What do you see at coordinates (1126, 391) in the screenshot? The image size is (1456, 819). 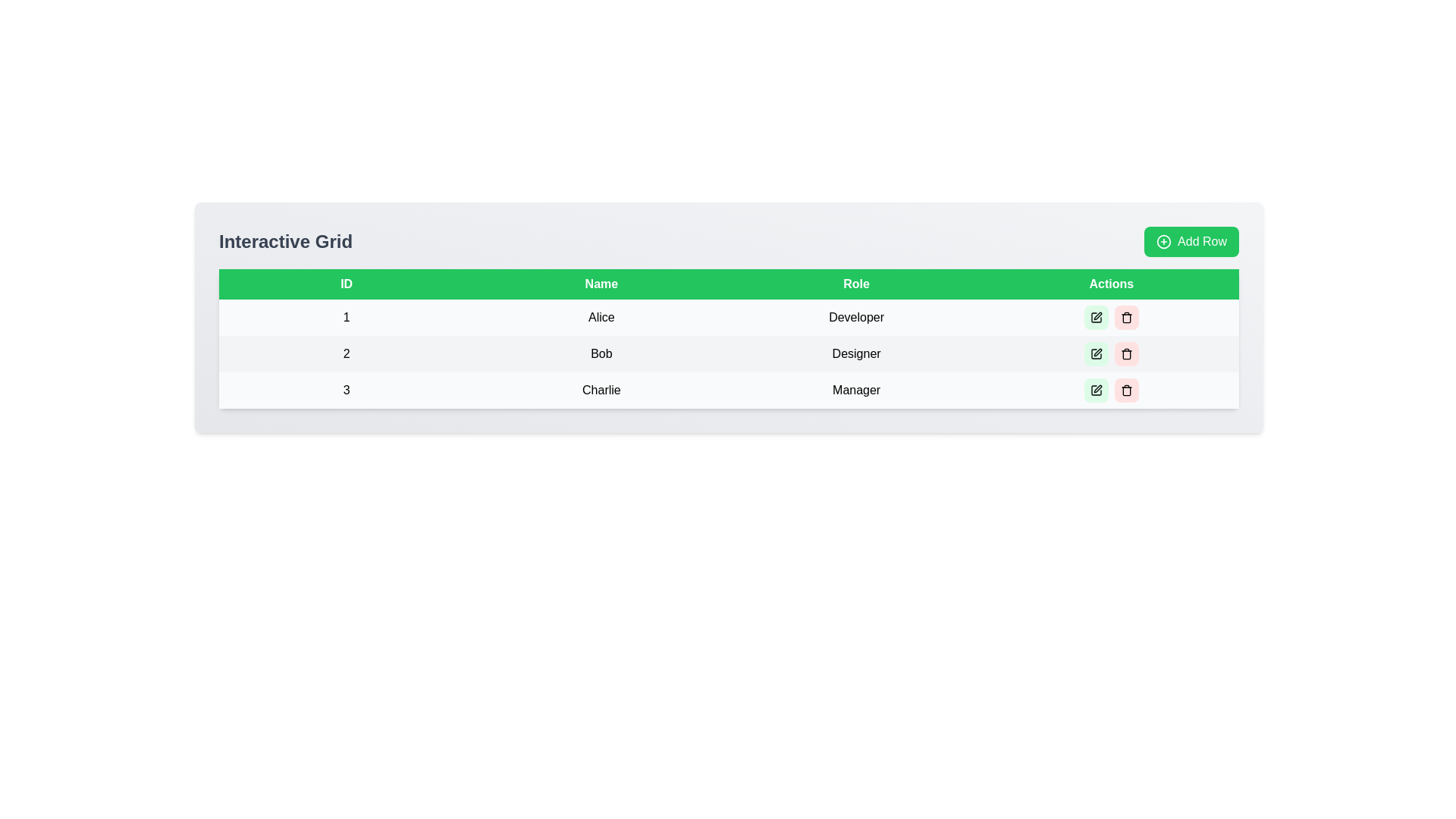 I see `the trash icon in the Actions column of the third entry in the table` at bounding box center [1126, 391].